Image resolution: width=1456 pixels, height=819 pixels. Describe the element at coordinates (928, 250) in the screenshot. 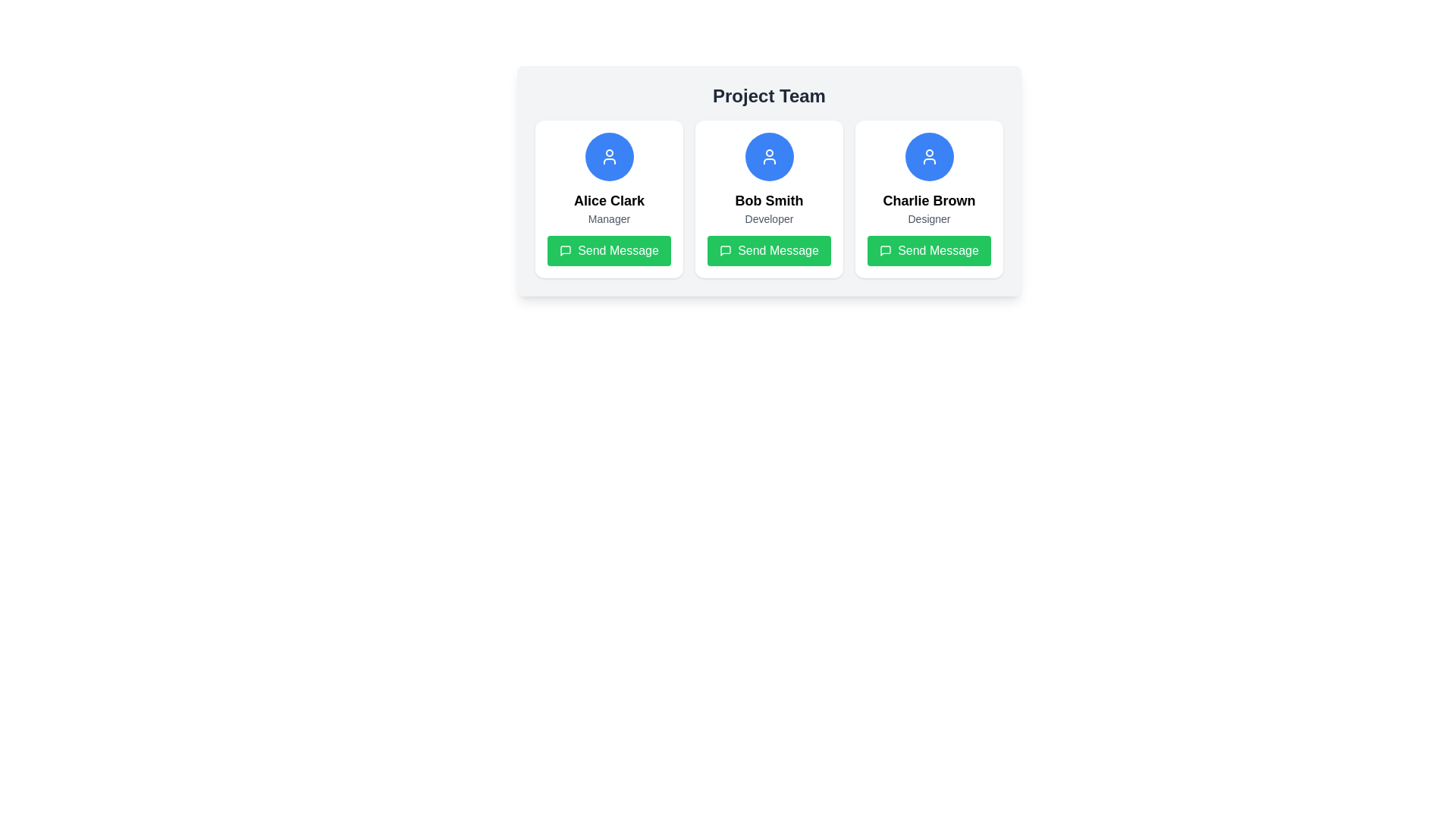

I see `the 'Send Message' button with green background and white text, located in the profile card of 'Charlie Brown Designer'` at that location.